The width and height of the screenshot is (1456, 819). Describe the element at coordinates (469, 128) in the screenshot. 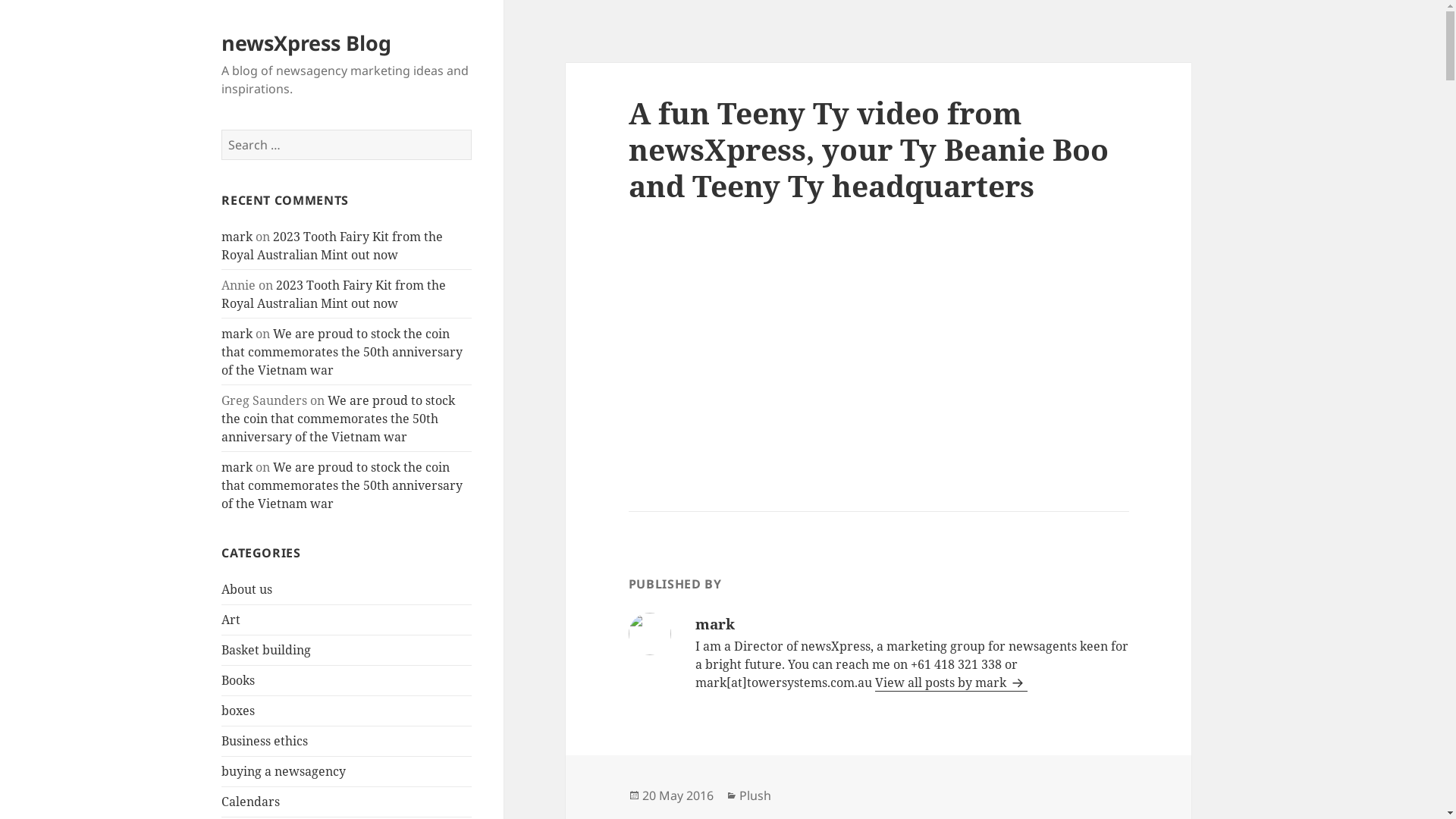

I see `'Search'` at that location.